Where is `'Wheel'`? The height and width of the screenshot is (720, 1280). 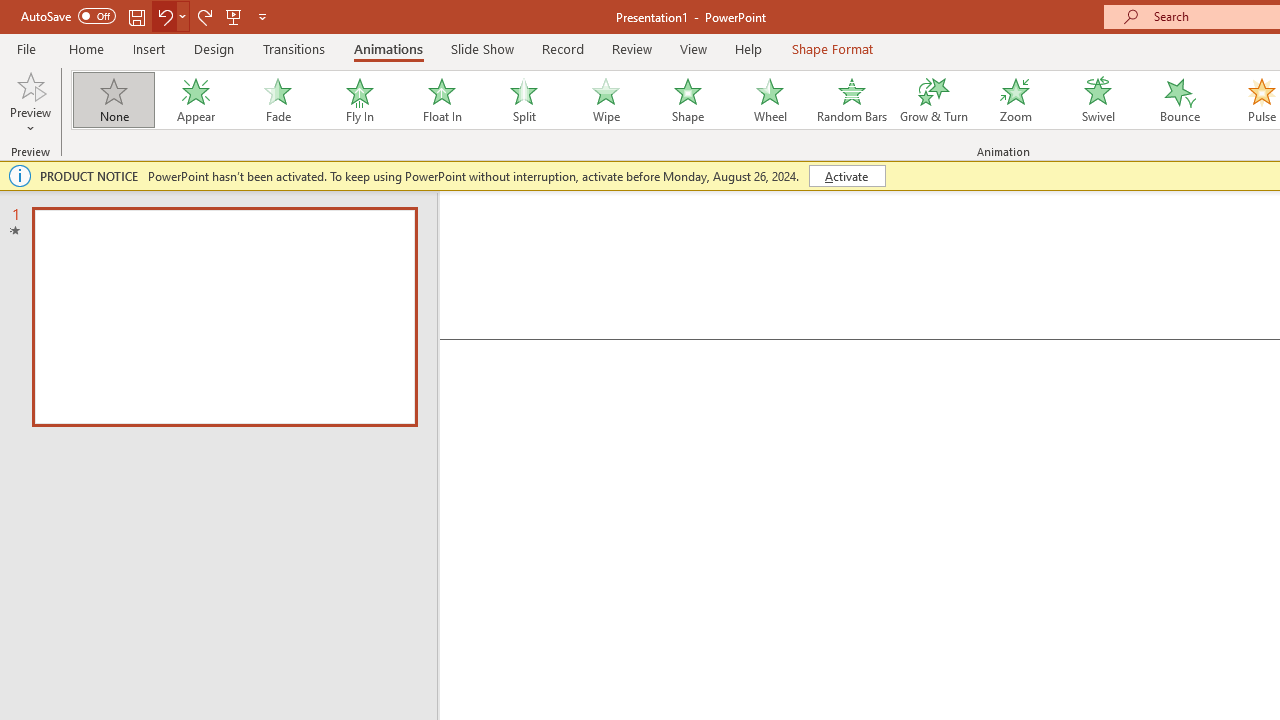 'Wheel' is located at coordinates (769, 100).